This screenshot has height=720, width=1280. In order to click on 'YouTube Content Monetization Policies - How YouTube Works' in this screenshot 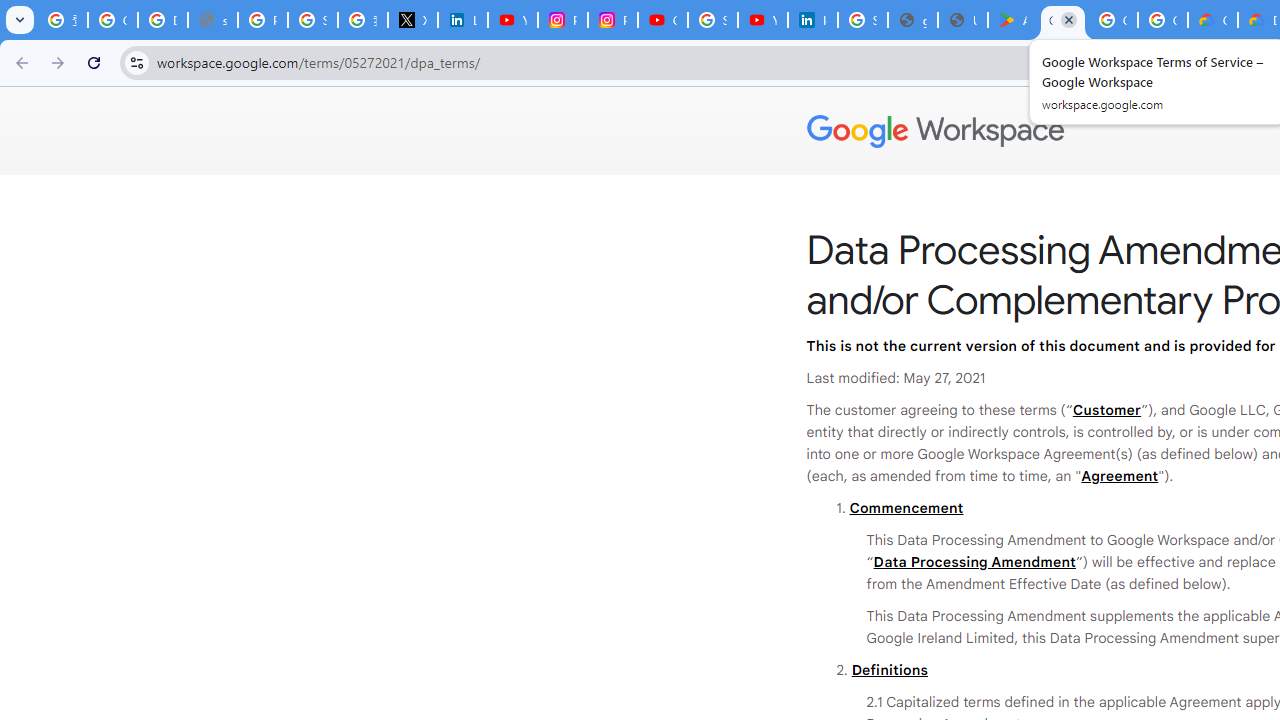, I will do `click(512, 20)`.